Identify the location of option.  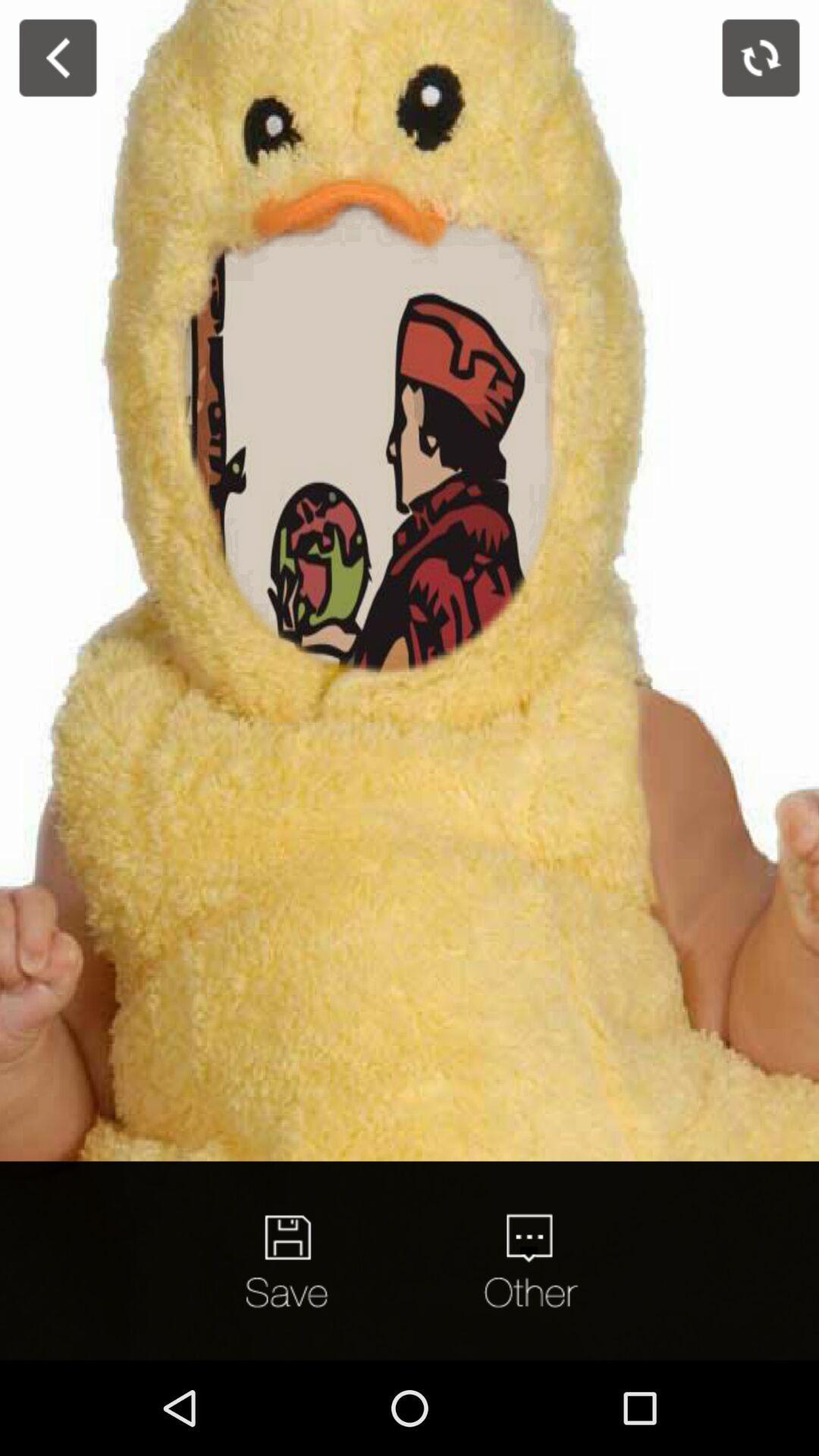
(290, 1260).